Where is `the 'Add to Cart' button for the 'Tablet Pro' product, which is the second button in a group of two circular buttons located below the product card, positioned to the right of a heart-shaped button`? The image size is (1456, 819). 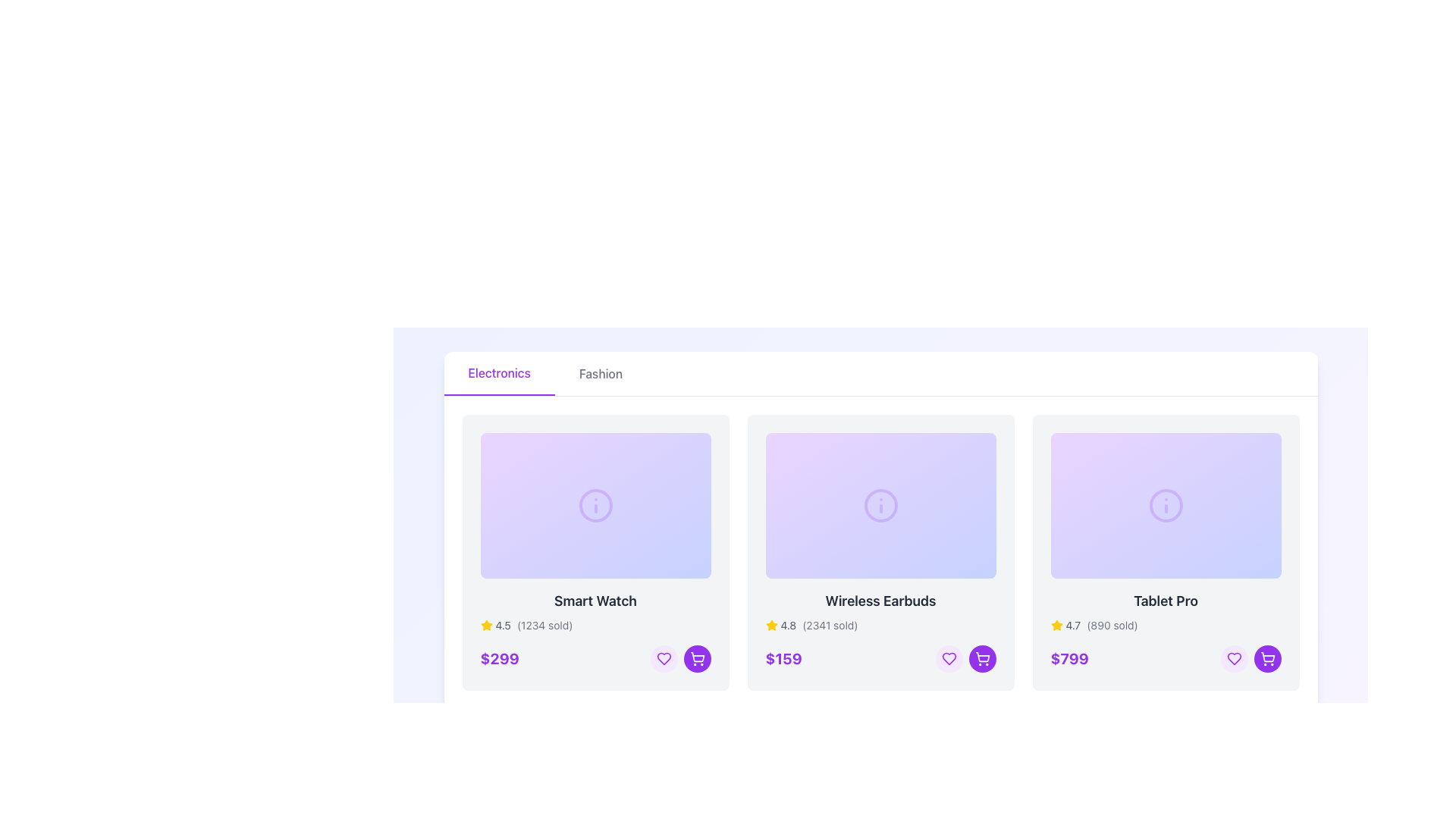 the 'Add to Cart' button for the 'Tablet Pro' product, which is the second button in a group of two circular buttons located below the product card, positioned to the right of a heart-shaped button is located at coordinates (982, 657).